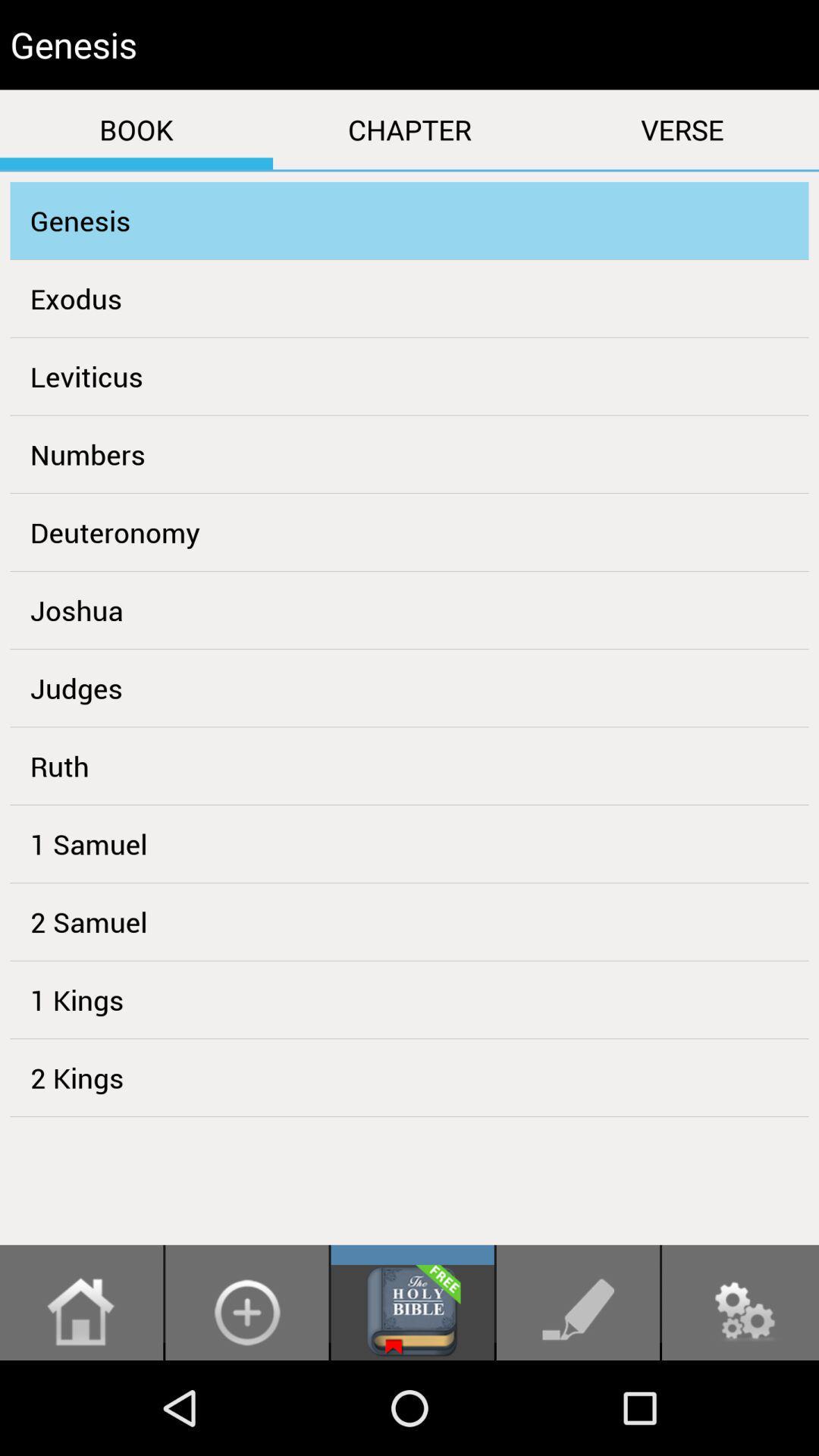  Describe the element at coordinates (578, 1404) in the screenshot. I see `the edit icon` at that location.